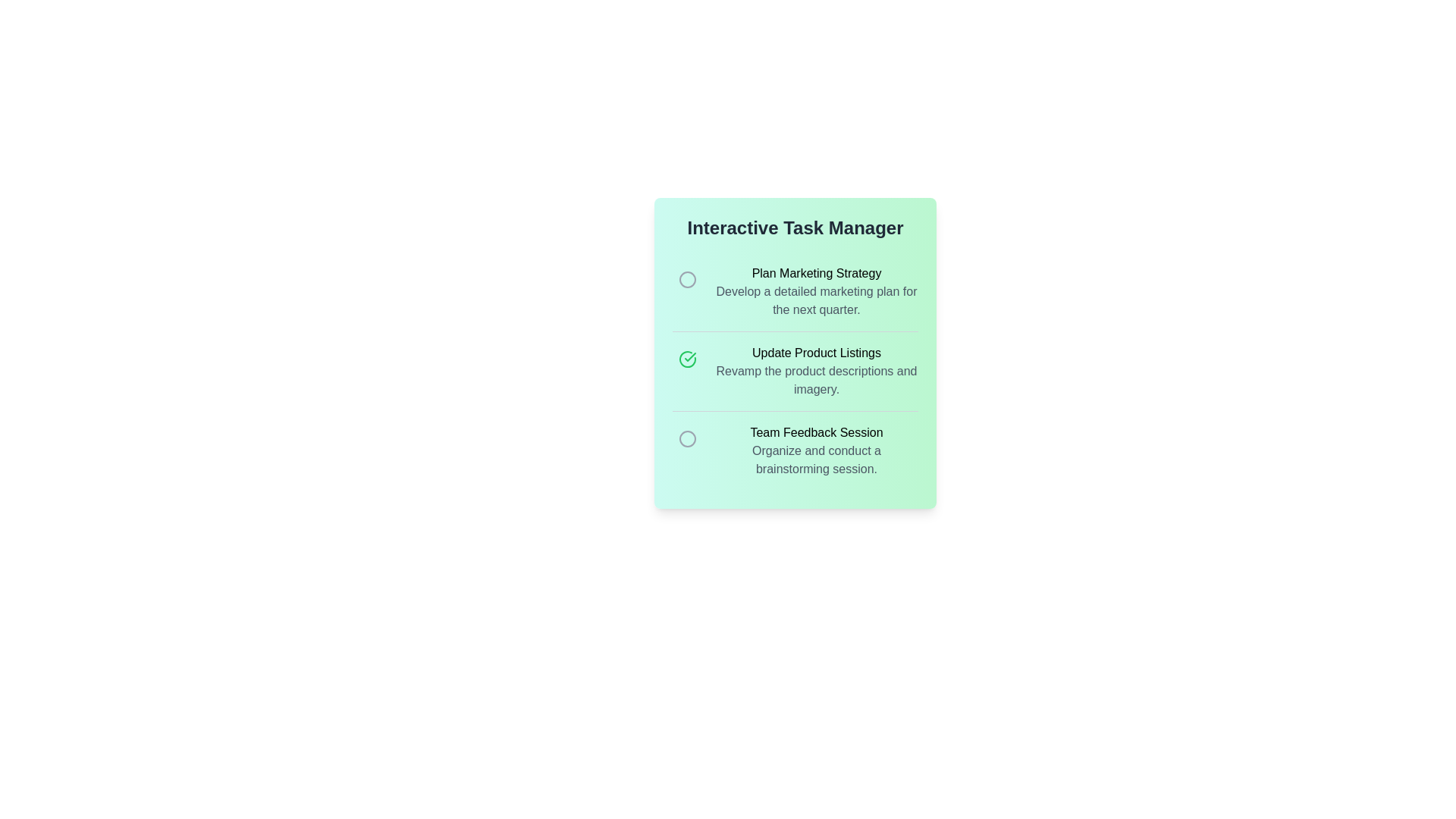  I want to click on the completion icon for the task 'Team Feedback Session', so click(687, 438).